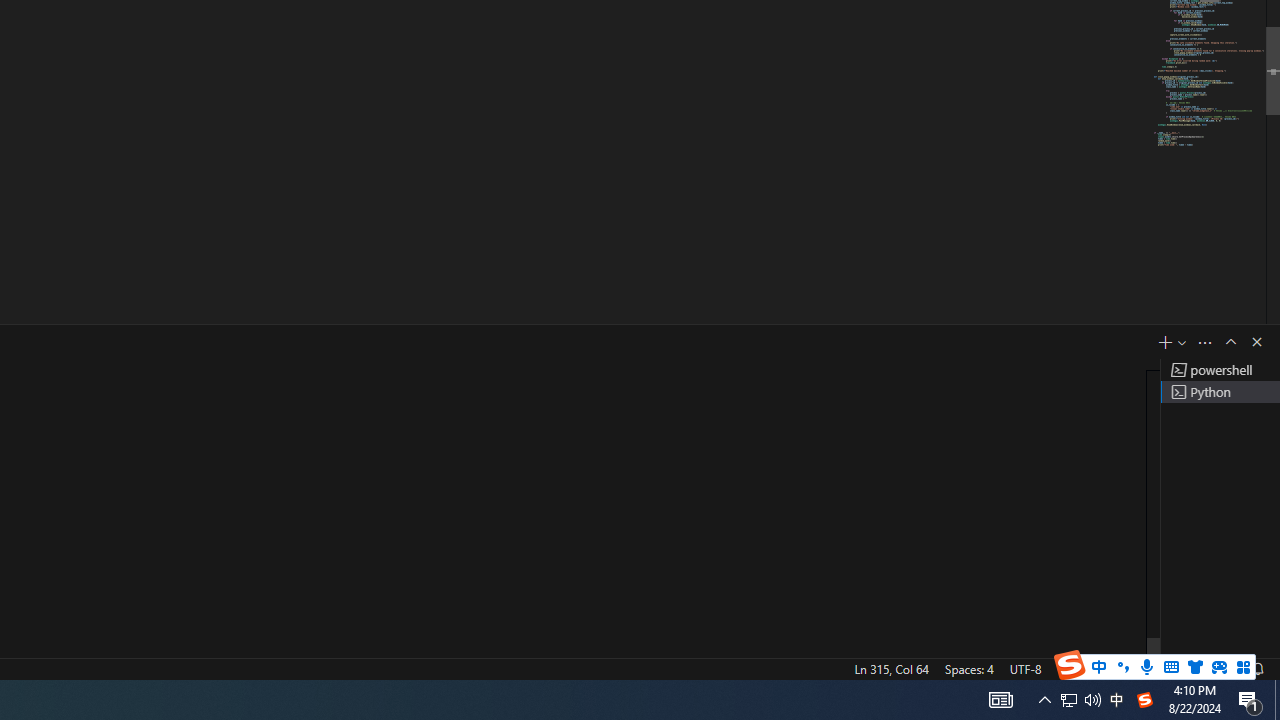 Image resolution: width=1280 pixels, height=720 pixels. What do you see at coordinates (1229, 341) in the screenshot?
I see `'Maximize Panel Size'` at bounding box center [1229, 341].